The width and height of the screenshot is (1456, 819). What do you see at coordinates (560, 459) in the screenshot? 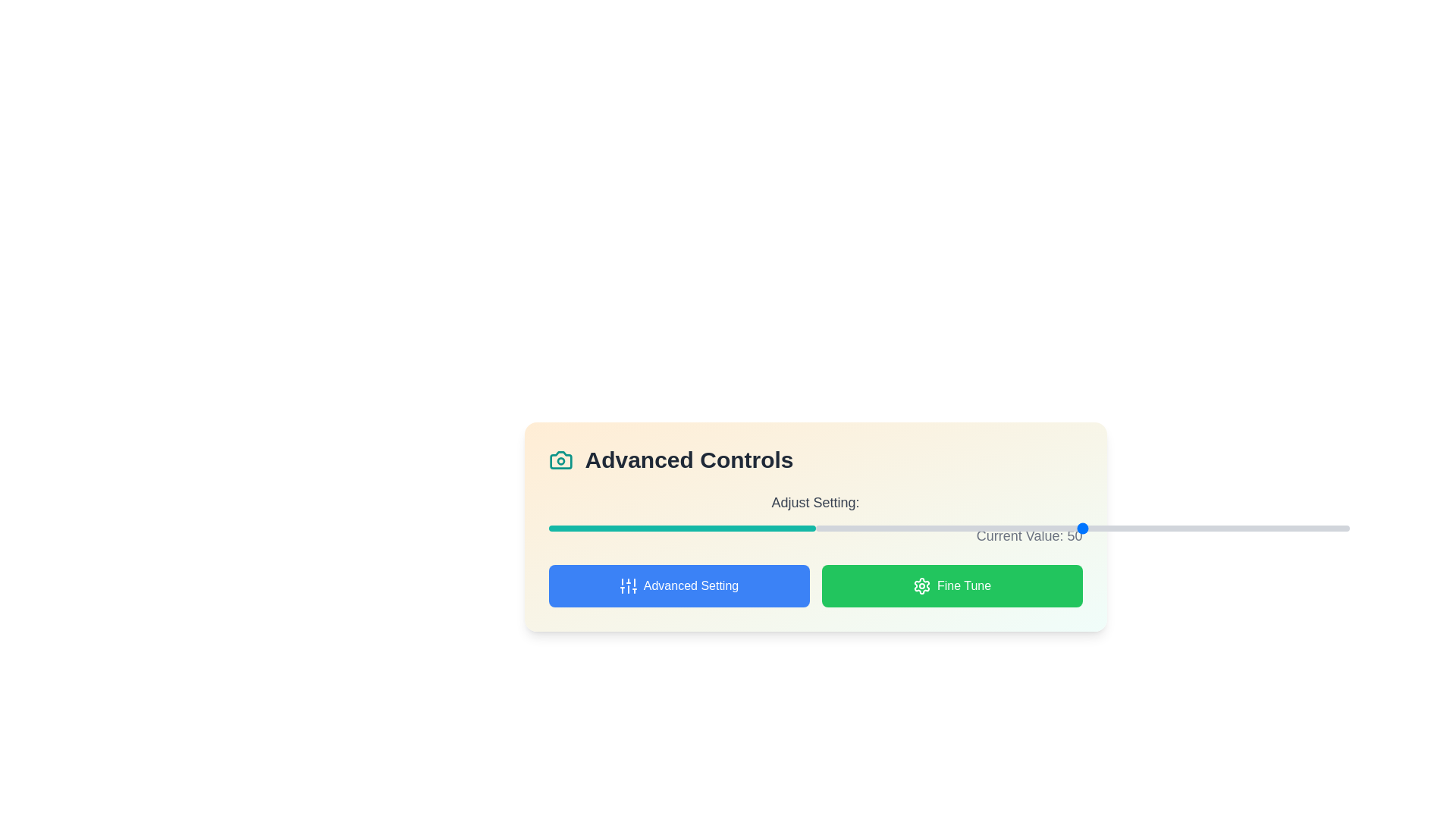
I see `the camera icon outlined with a teal stroke, positioned to the left of the 'Advanced Controls' text` at bounding box center [560, 459].